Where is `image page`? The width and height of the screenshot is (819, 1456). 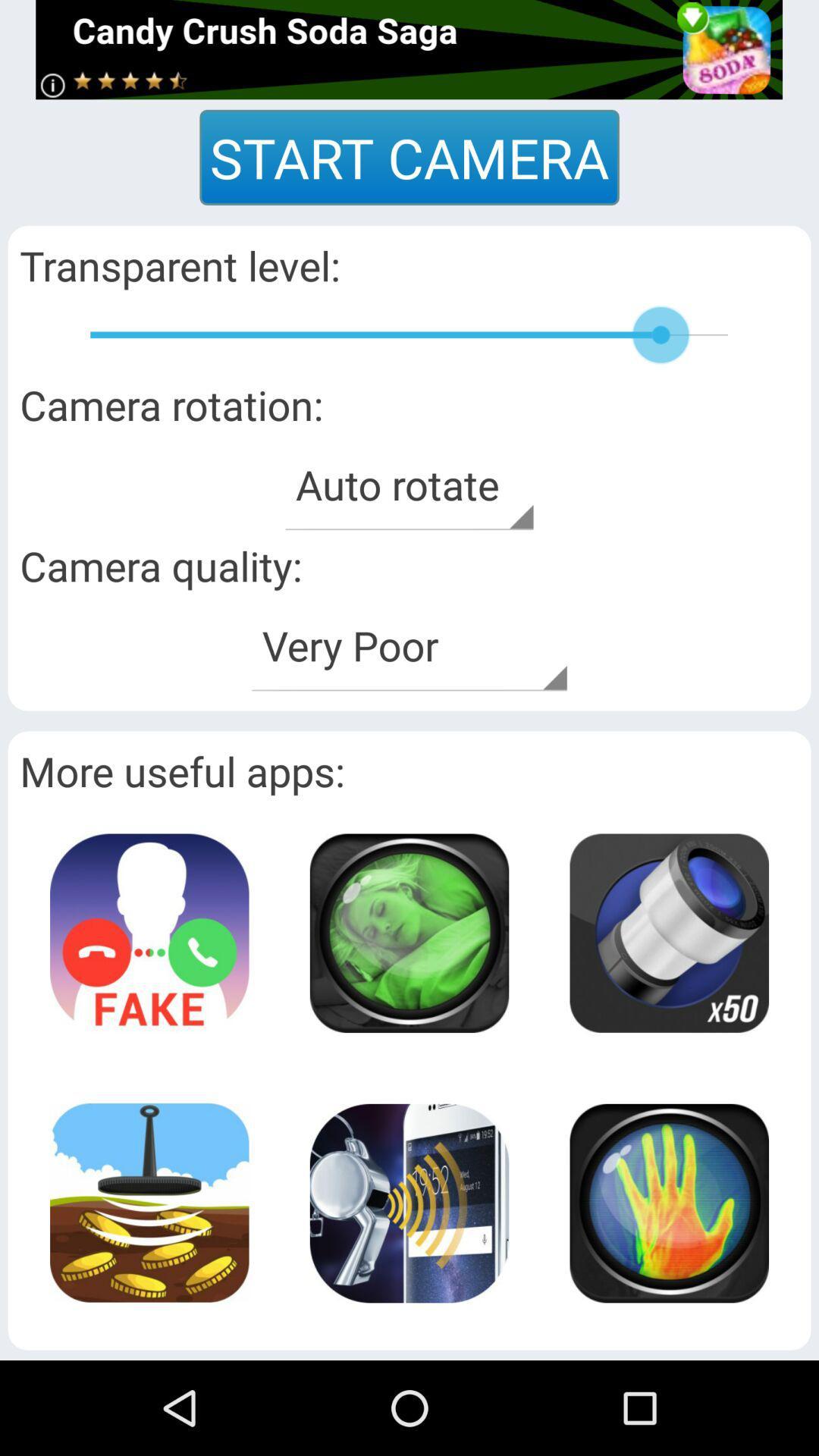
image page is located at coordinates (408, 932).